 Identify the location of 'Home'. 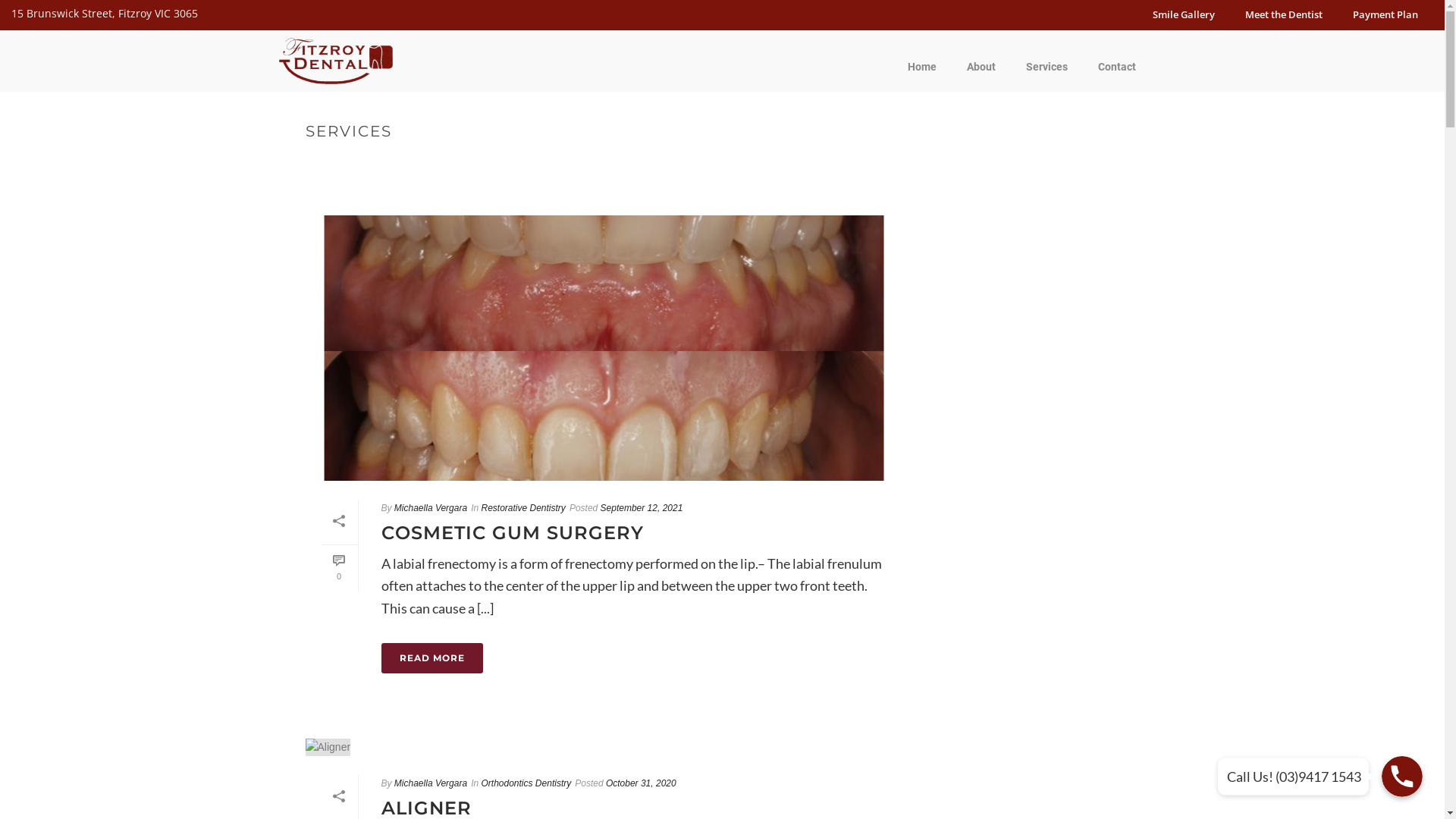
(920, 66).